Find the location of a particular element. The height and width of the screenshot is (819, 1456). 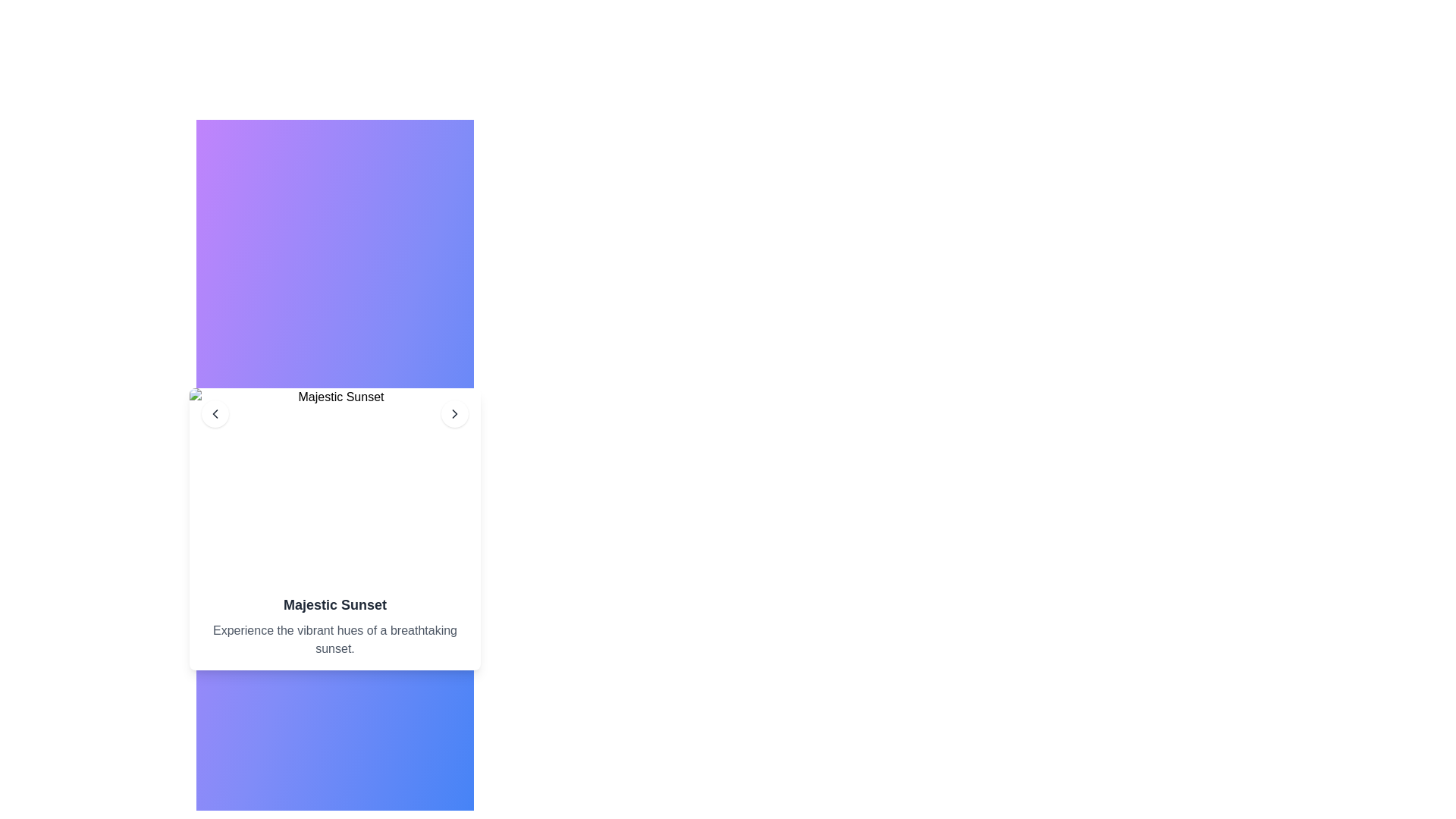

the Chevron navigation icon located in the circular button at the top-right corner of the card interface is located at coordinates (454, 414).